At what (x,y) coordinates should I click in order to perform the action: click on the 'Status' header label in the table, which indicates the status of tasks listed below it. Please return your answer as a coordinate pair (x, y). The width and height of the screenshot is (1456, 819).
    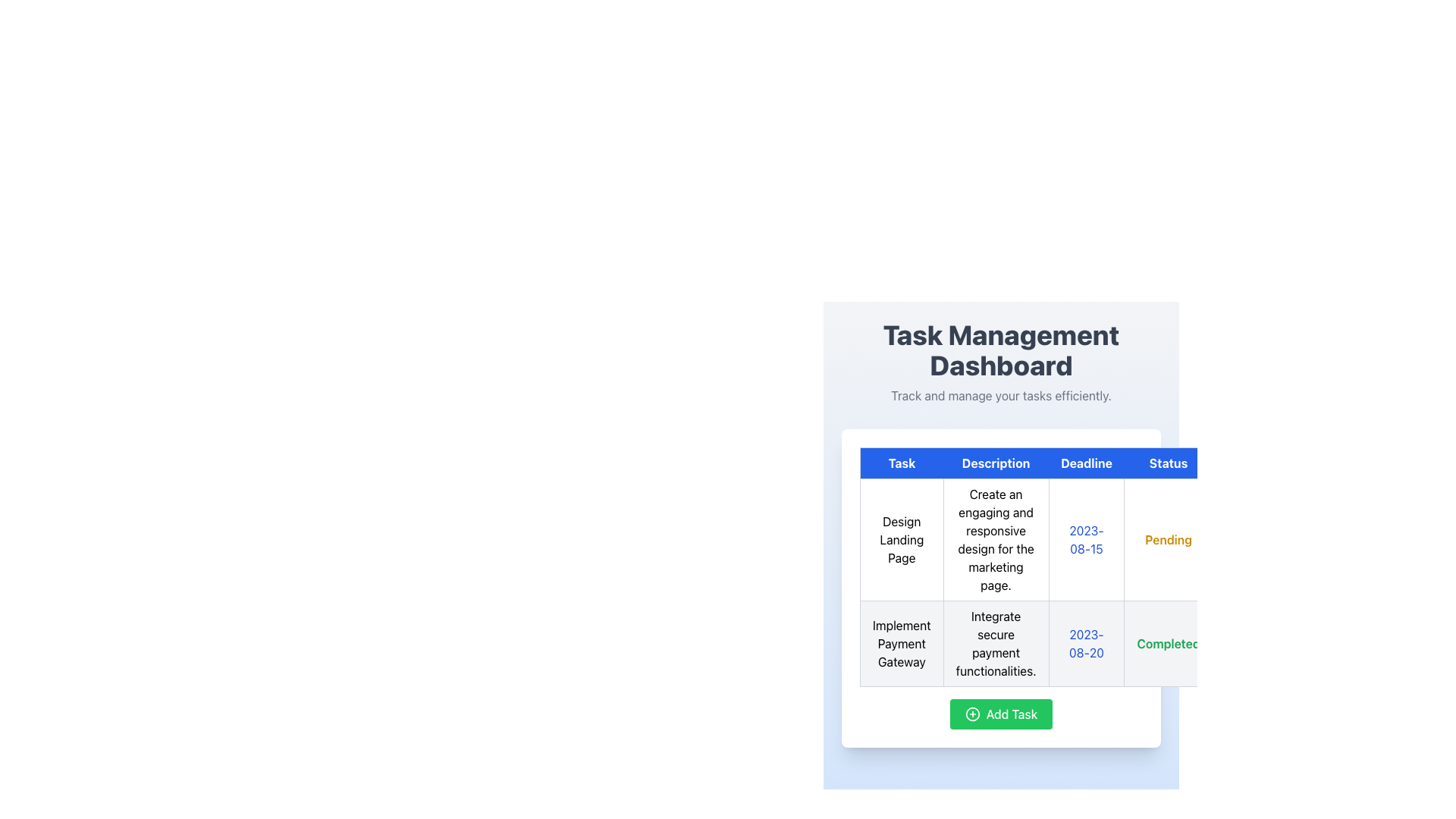
    Looking at the image, I should click on (1168, 462).